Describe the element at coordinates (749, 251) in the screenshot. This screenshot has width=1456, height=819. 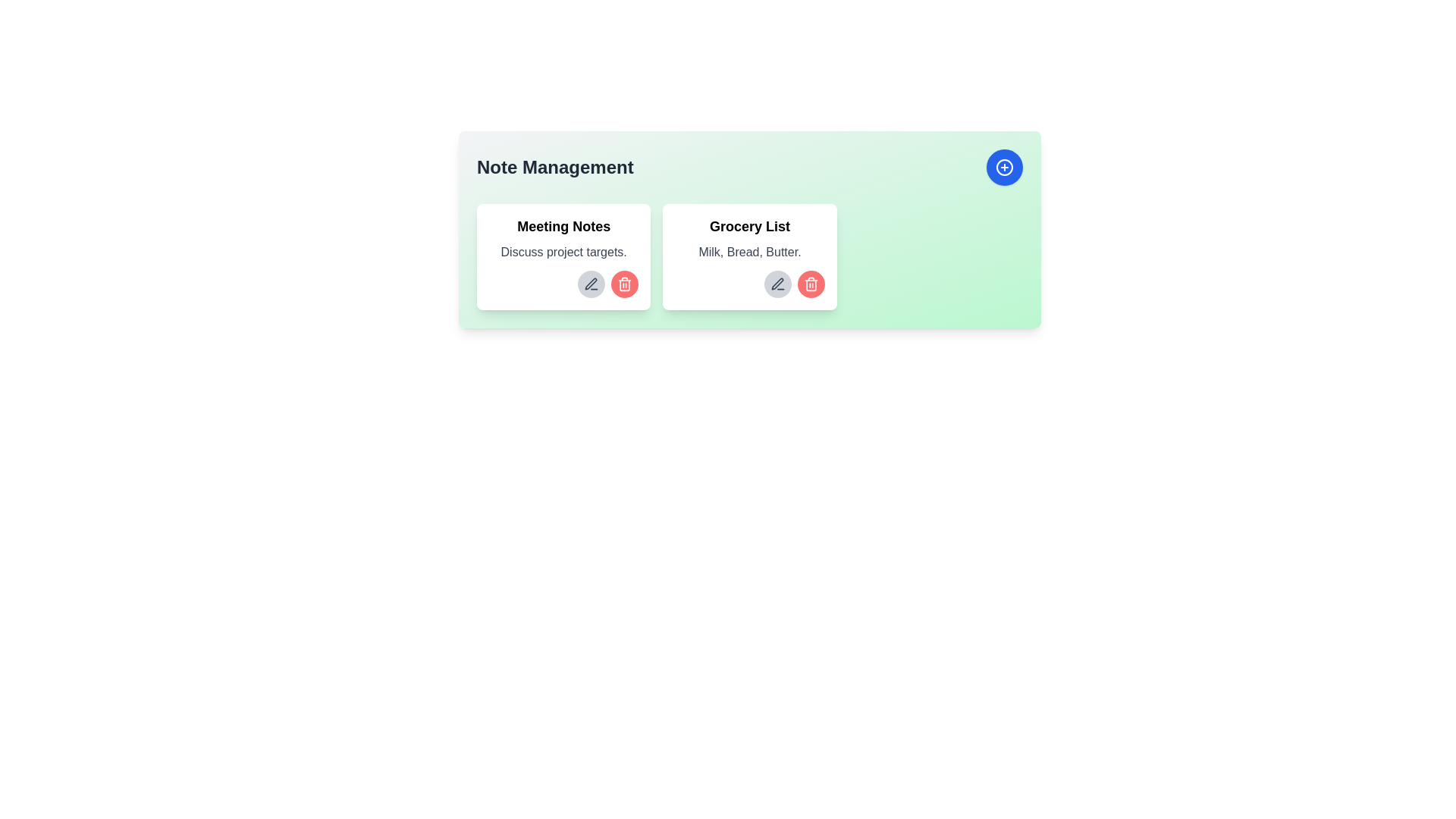
I see `the text display that shows the list of grocery items located directly beneath the 'Grocery List' title in the card within the 'Note Management' section` at that location.